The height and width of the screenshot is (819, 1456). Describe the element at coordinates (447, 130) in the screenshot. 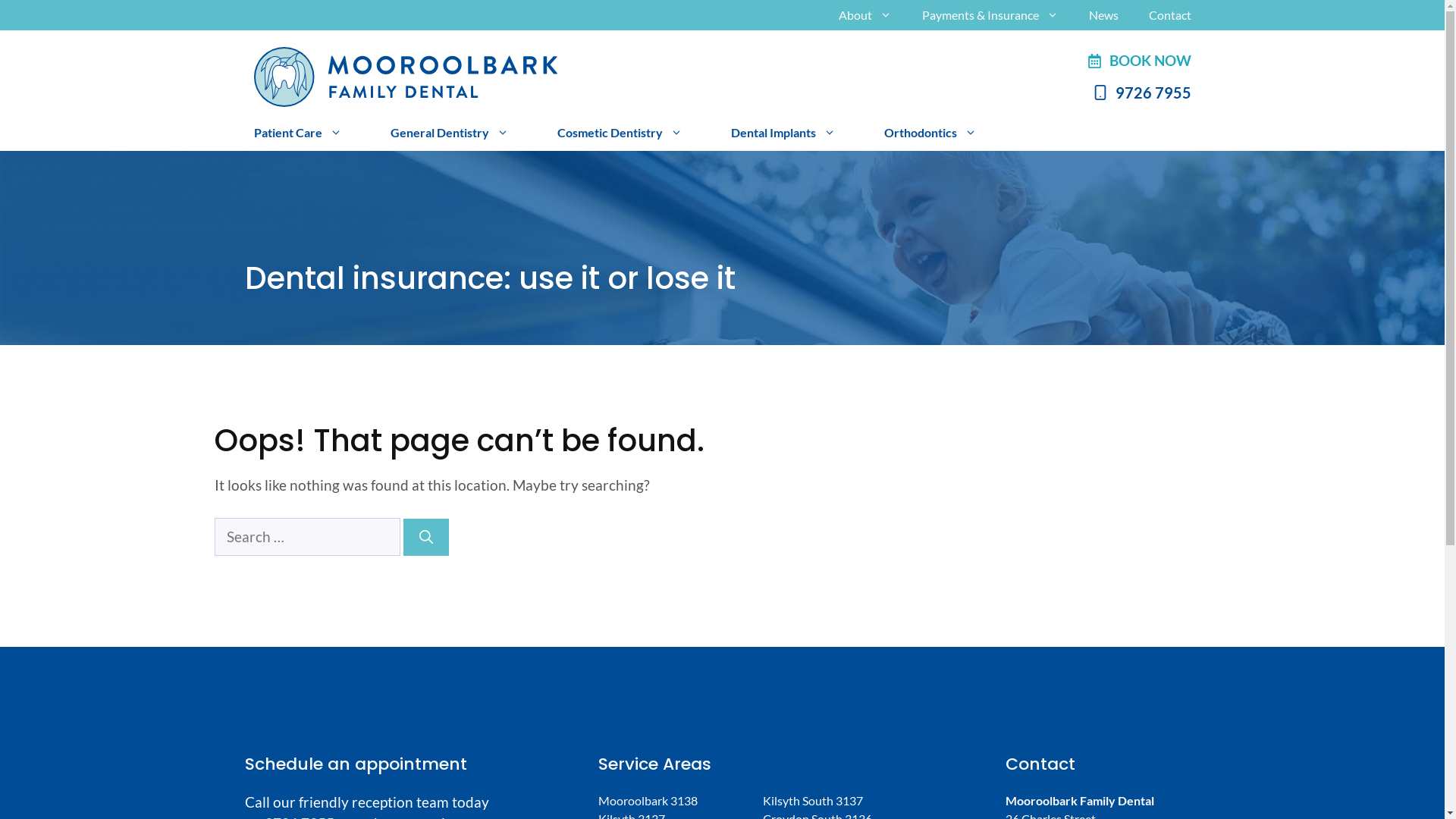

I see `'General Dentistry'` at that location.